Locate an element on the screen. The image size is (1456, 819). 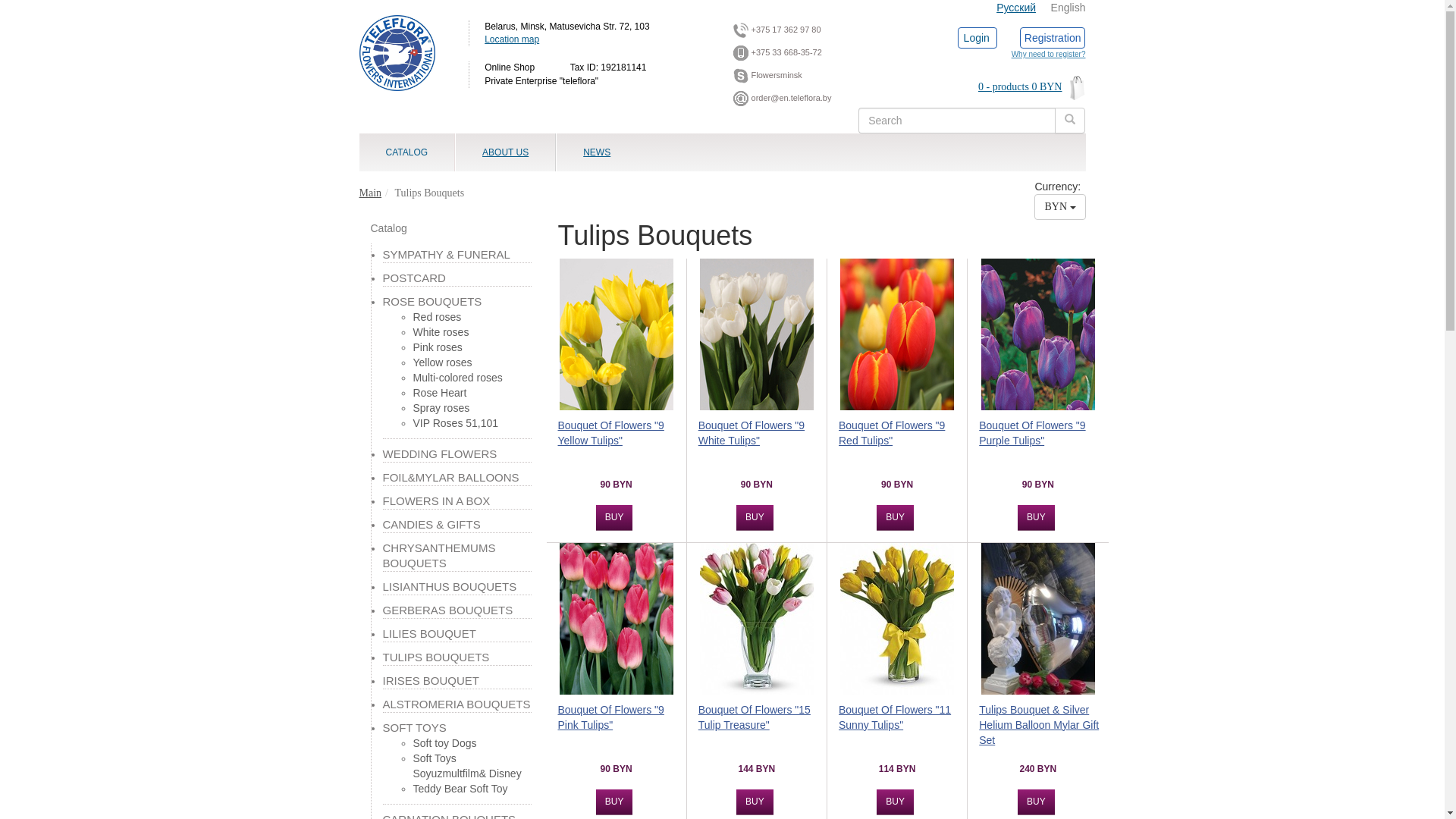
'CANDIES & GIFTS' is located at coordinates (430, 523).